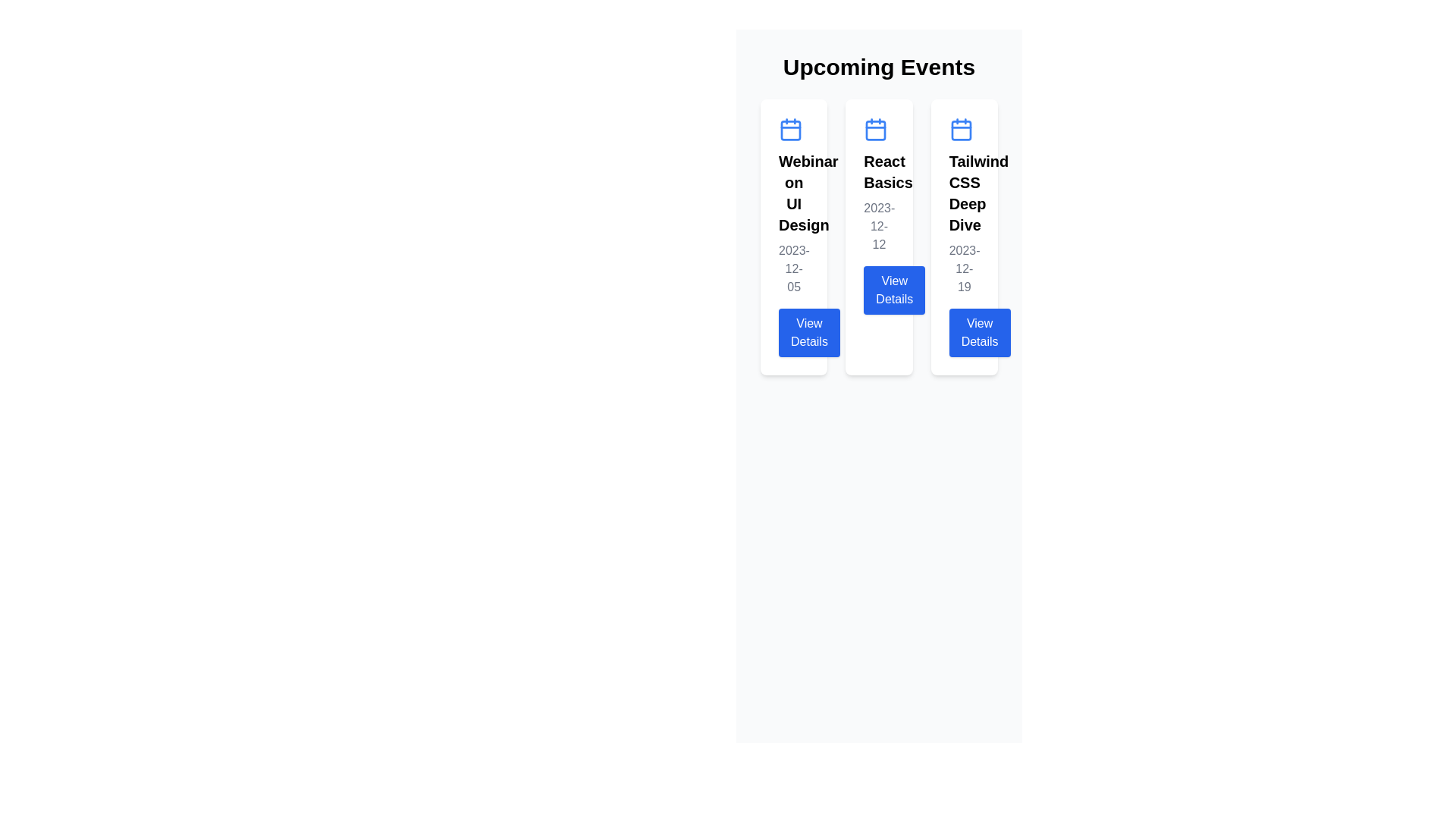 The width and height of the screenshot is (1456, 819). Describe the element at coordinates (960, 128) in the screenshot. I see `the blue calendar icon located at the top center of the event information card titled 'Tailwind CSS Deep Dive'` at that location.